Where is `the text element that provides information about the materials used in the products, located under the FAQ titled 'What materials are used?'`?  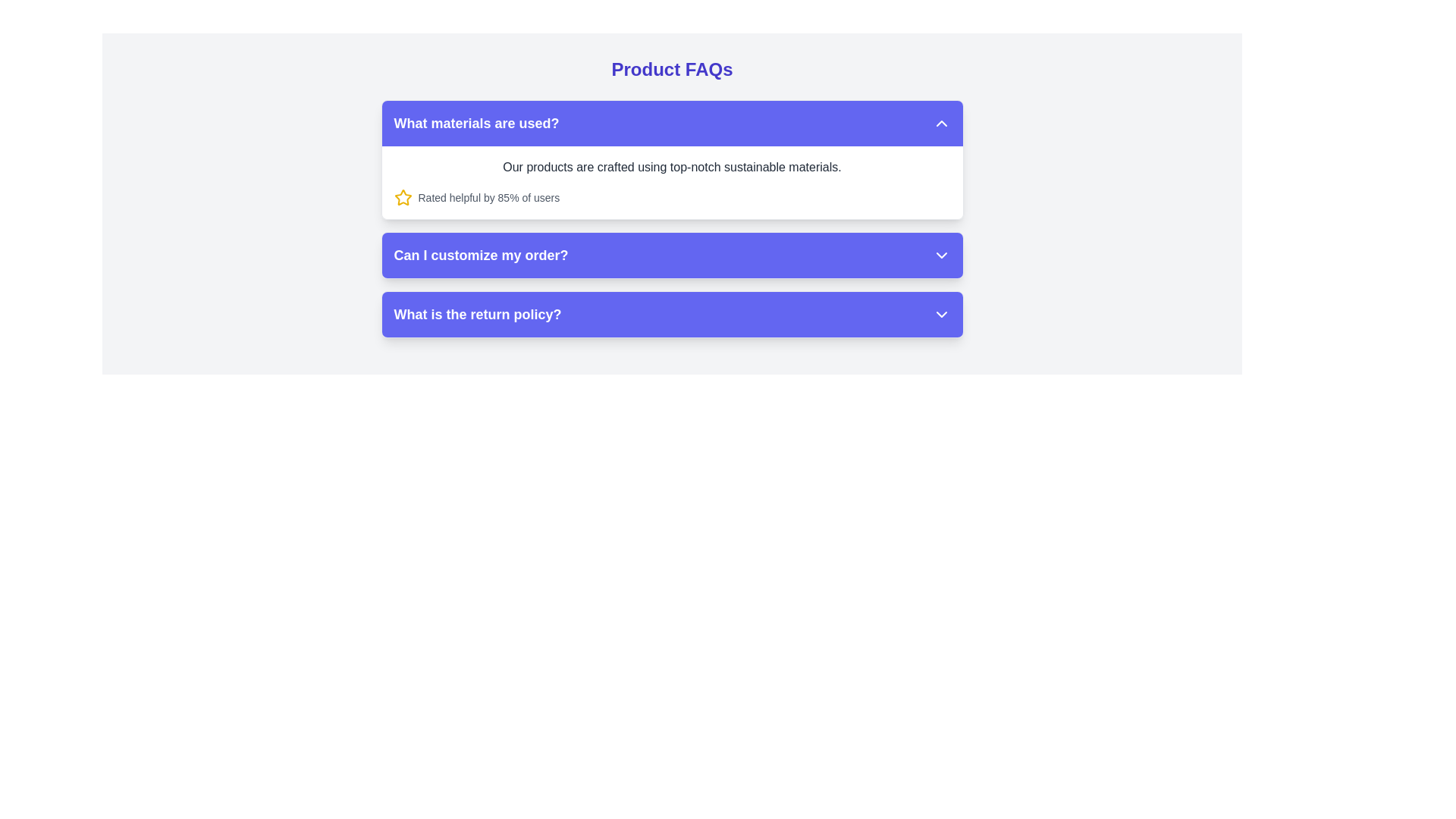 the text element that provides information about the materials used in the products, located under the FAQ titled 'What materials are used?' is located at coordinates (671, 167).